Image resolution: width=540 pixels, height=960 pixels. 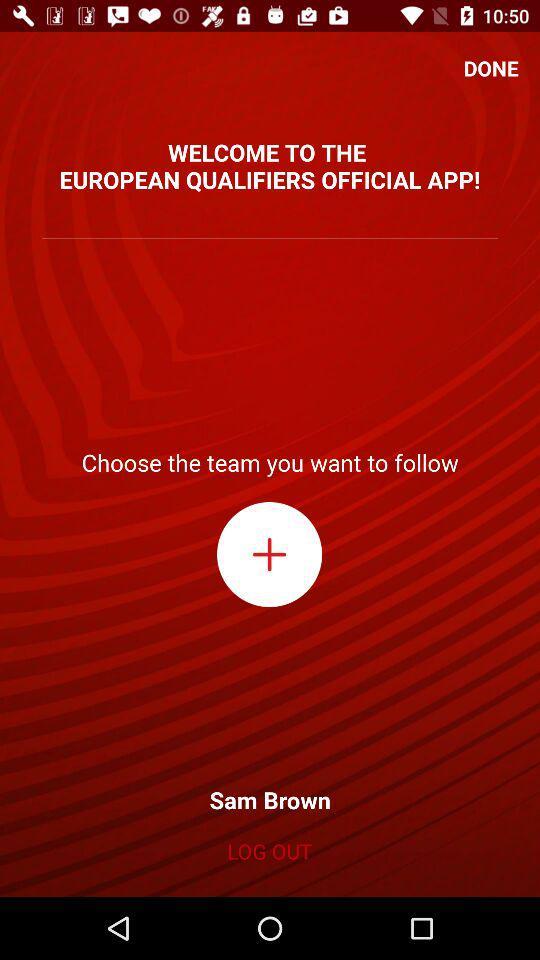 I want to click on new team, so click(x=269, y=554).